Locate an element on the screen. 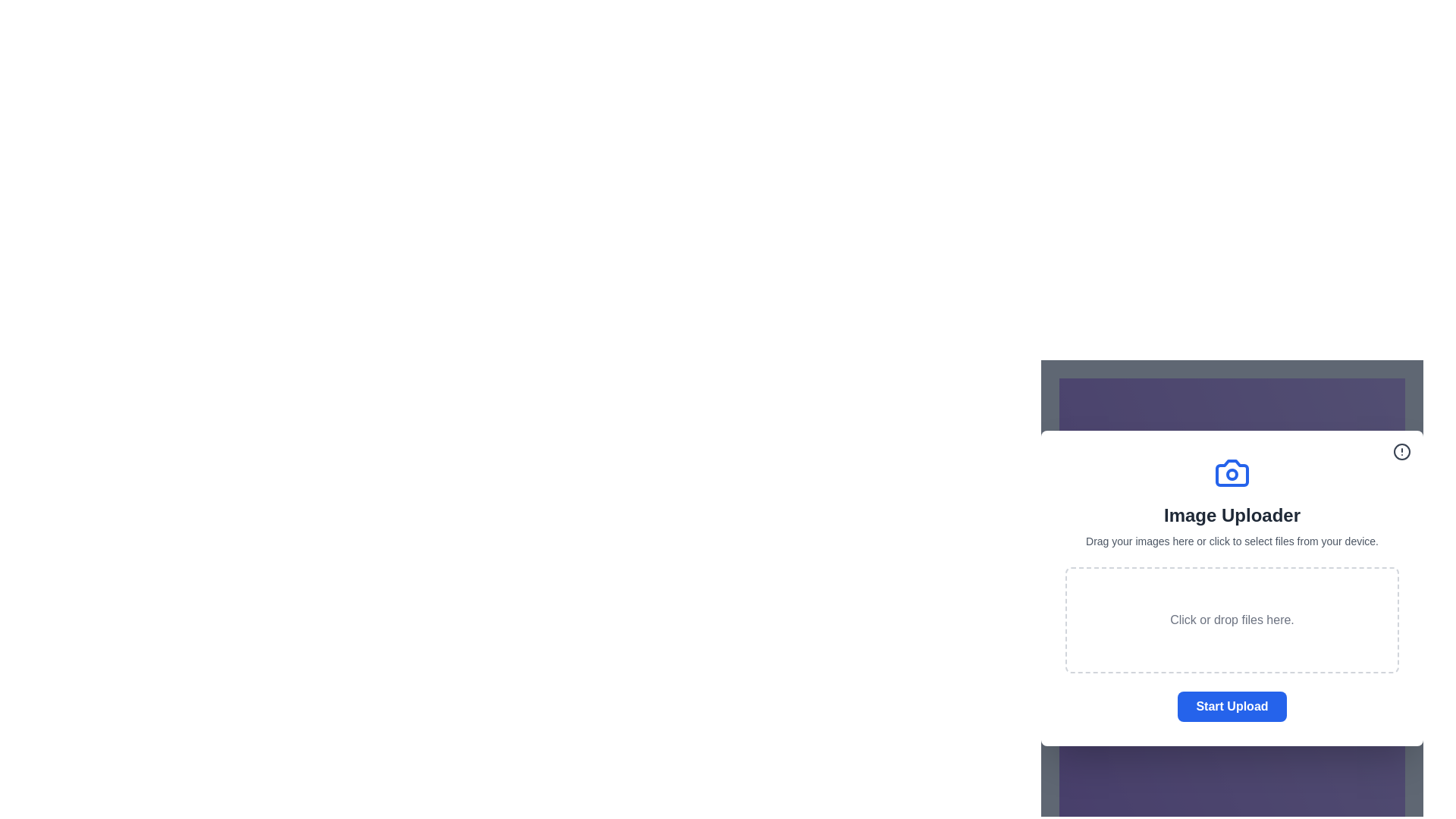 The width and height of the screenshot is (1456, 819). the circular alert icon button located at the top-right corner of the 'Image Uploader' modal is located at coordinates (1401, 451).